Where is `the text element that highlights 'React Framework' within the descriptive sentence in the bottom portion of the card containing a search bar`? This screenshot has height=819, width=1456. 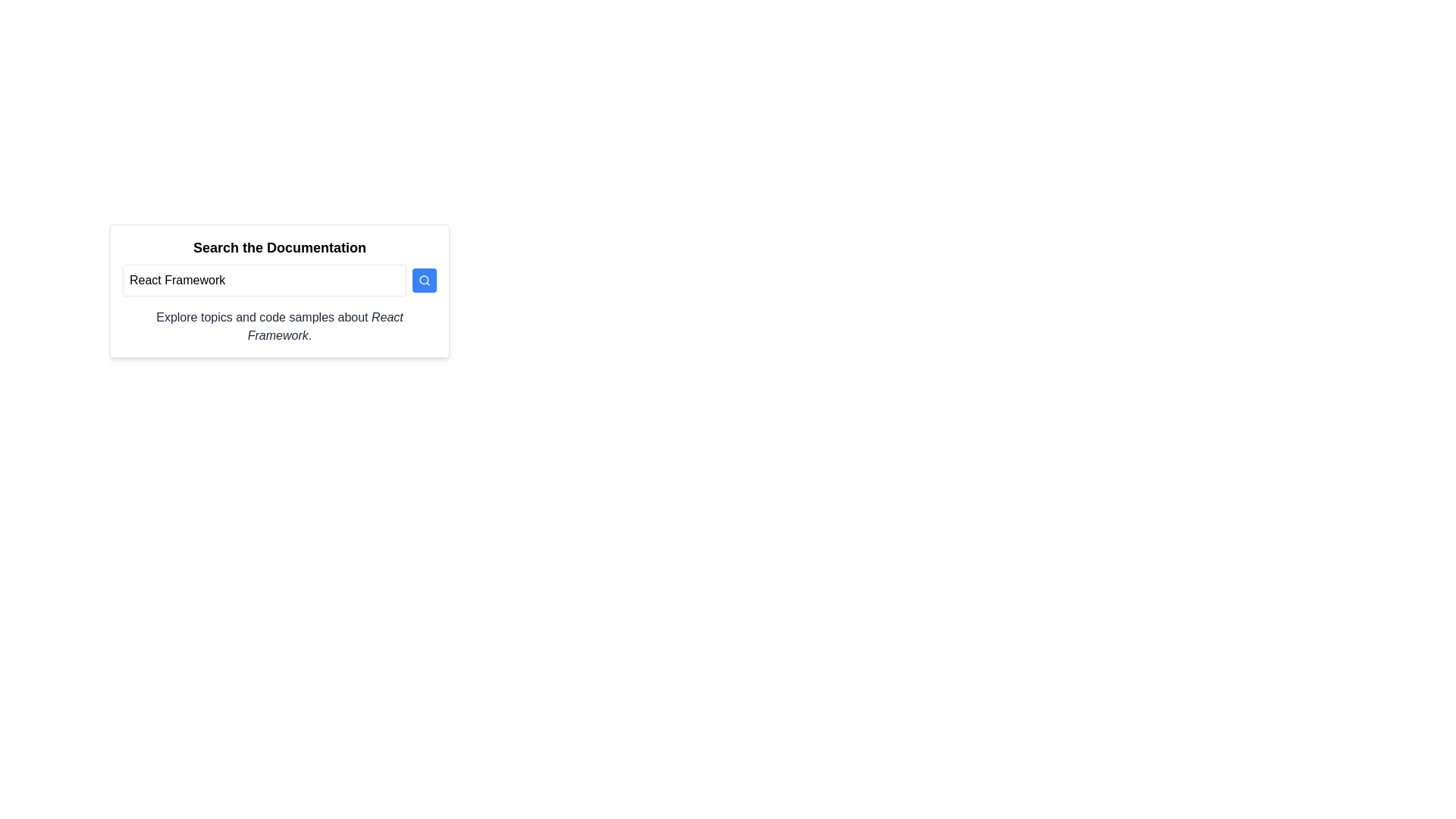 the text element that highlights 'React Framework' within the descriptive sentence in the bottom portion of the card containing a search bar is located at coordinates (325, 325).